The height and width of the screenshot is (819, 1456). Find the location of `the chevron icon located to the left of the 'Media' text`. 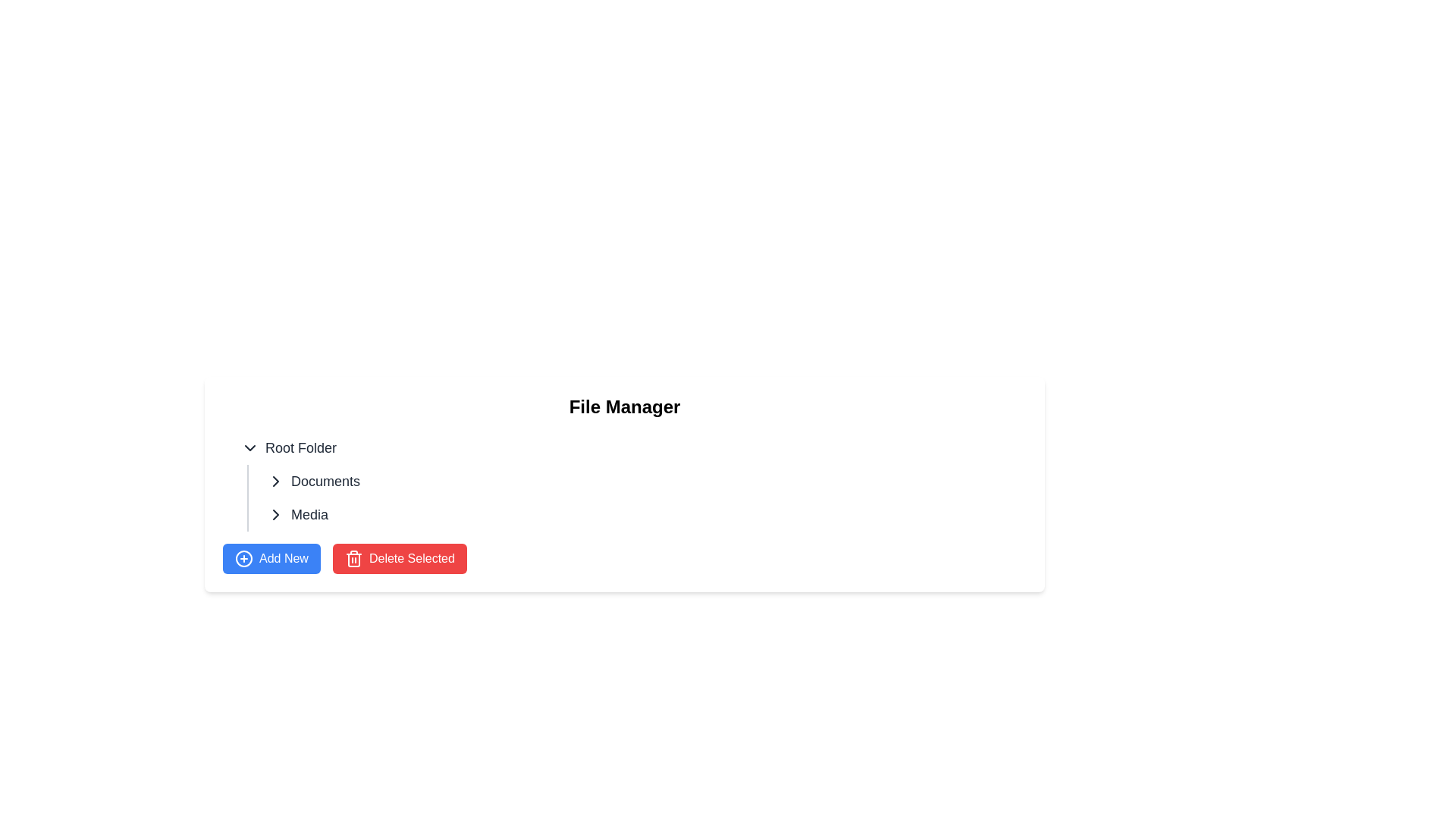

the chevron icon located to the left of the 'Media' text is located at coordinates (276, 513).